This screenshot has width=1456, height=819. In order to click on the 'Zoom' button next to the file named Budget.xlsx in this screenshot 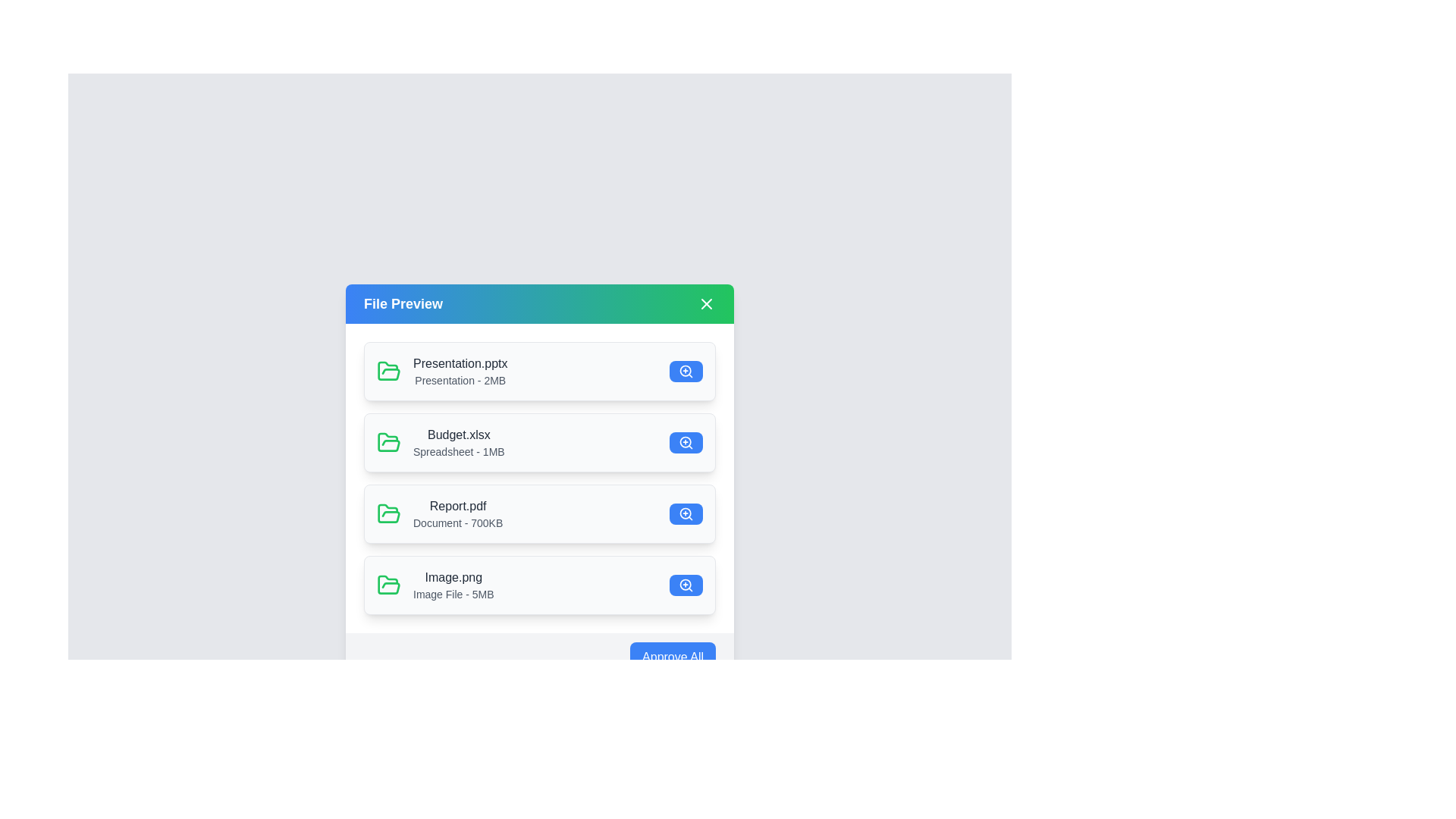, I will do `click(686, 442)`.